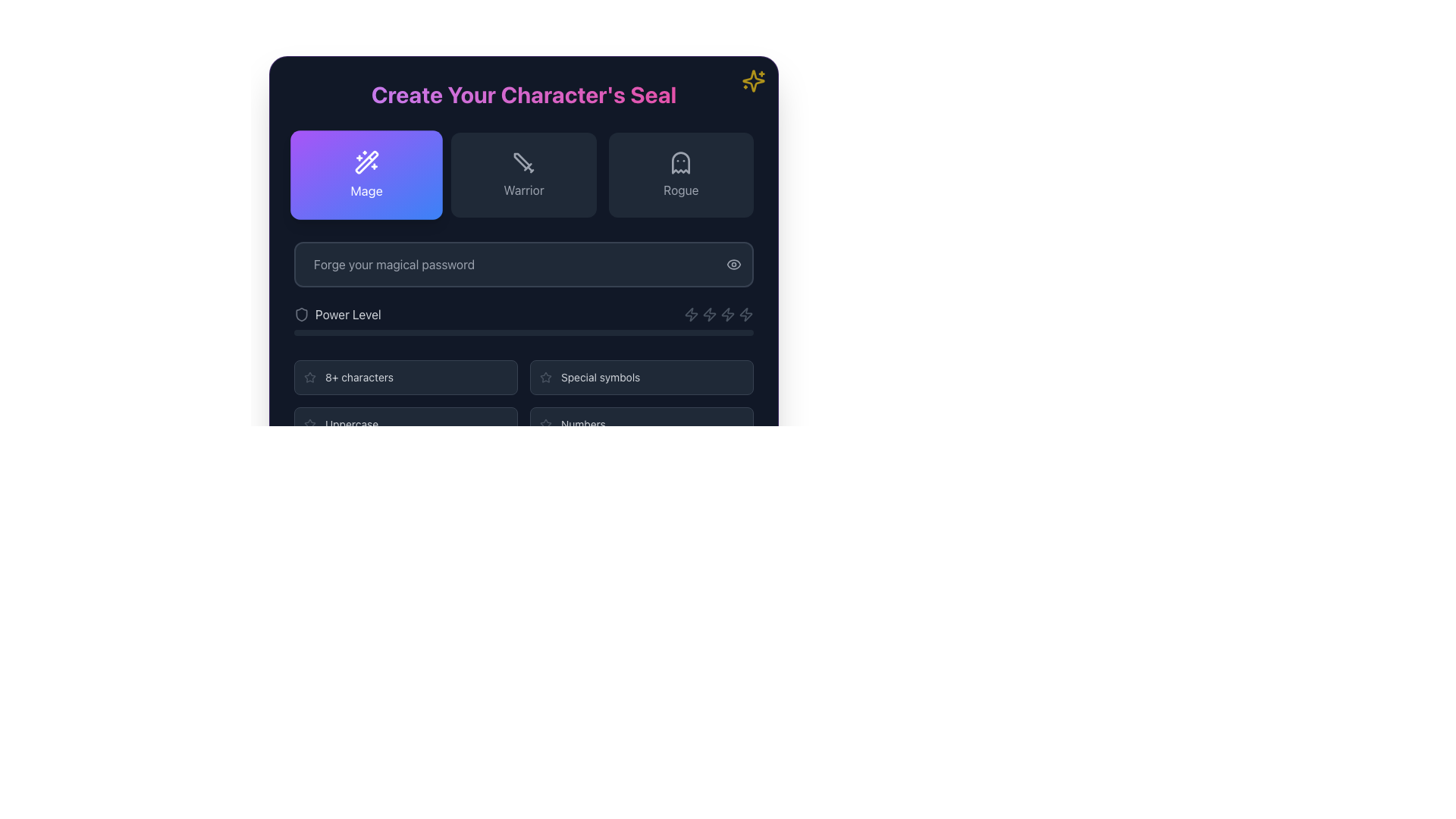 Image resolution: width=1456 pixels, height=819 pixels. I want to click on the lightning bolt icon, which is a simple line art graphic in gray, located in the lower right portion of the interface among three similar icons, so click(709, 314).